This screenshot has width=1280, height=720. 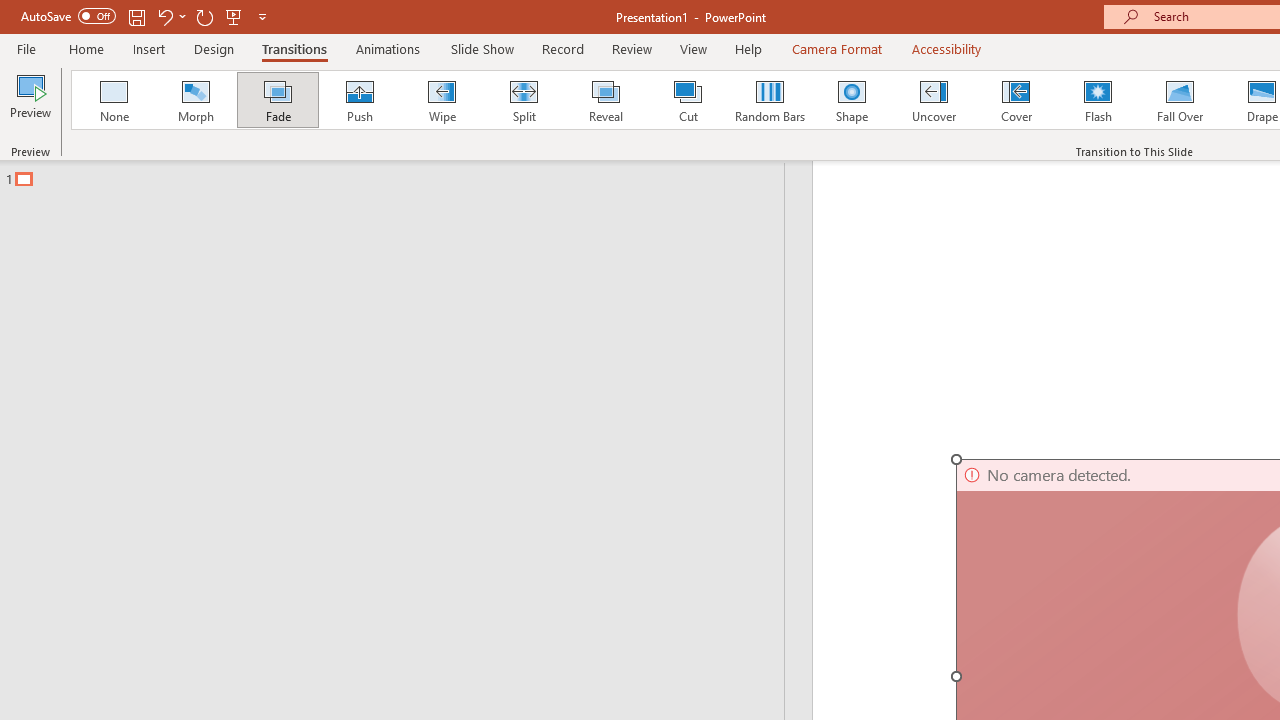 What do you see at coordinates (30, 103) in the screenshot?
I see `'Preview'` at bounding box center [30, 103].